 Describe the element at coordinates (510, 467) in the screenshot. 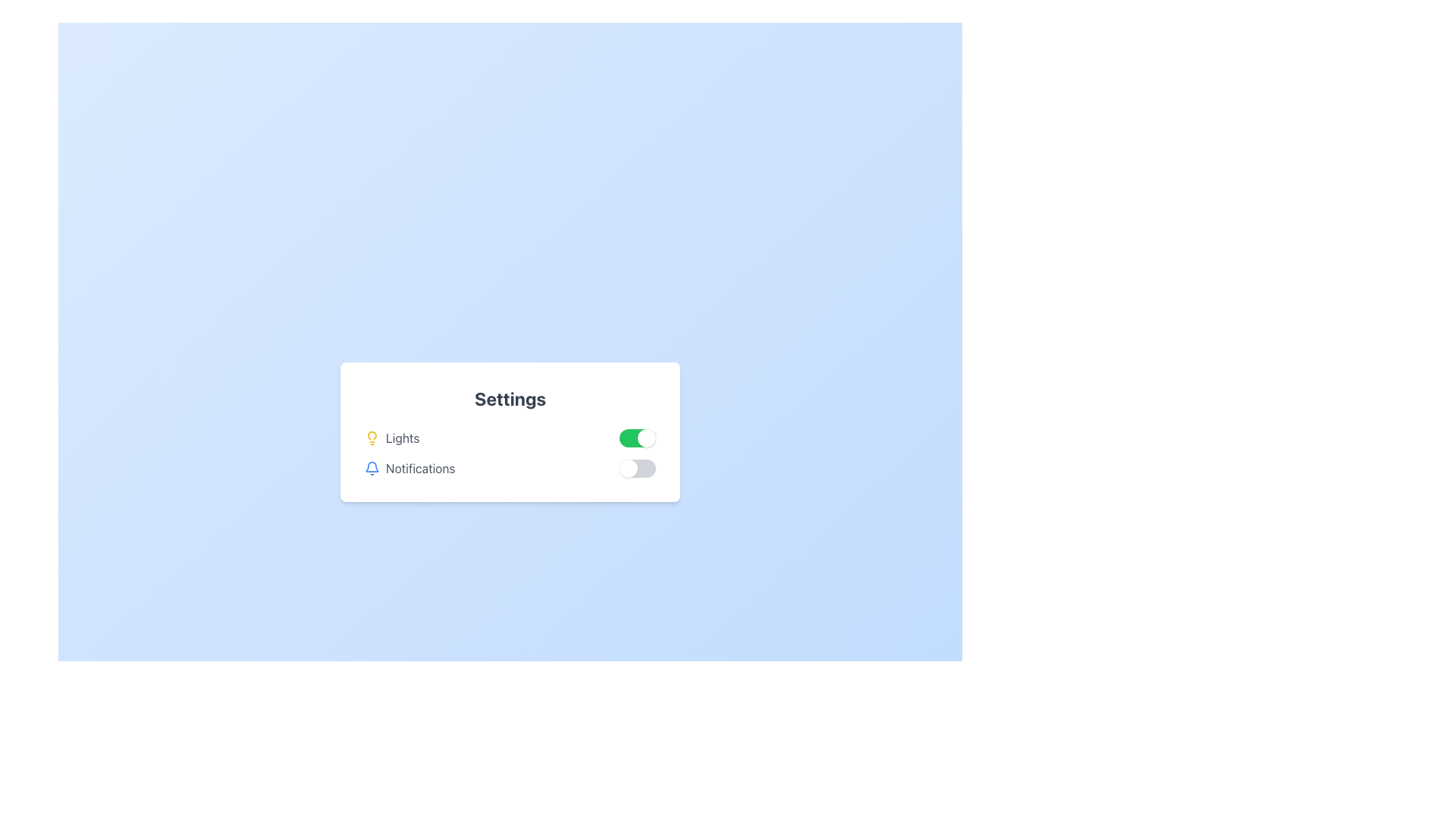

I see `the toggle switch in the Notifications row` at that location.